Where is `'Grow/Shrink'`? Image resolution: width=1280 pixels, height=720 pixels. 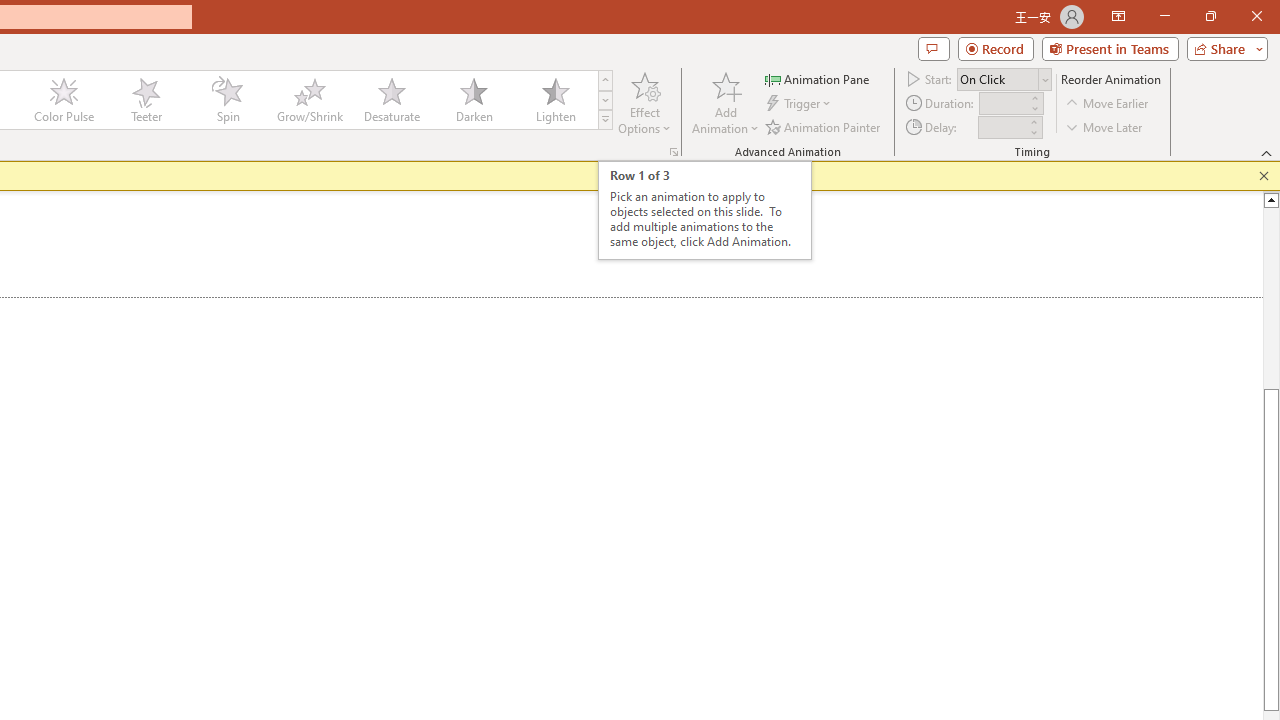
'Grow/Shrink' is located at coordinates (308, 100).